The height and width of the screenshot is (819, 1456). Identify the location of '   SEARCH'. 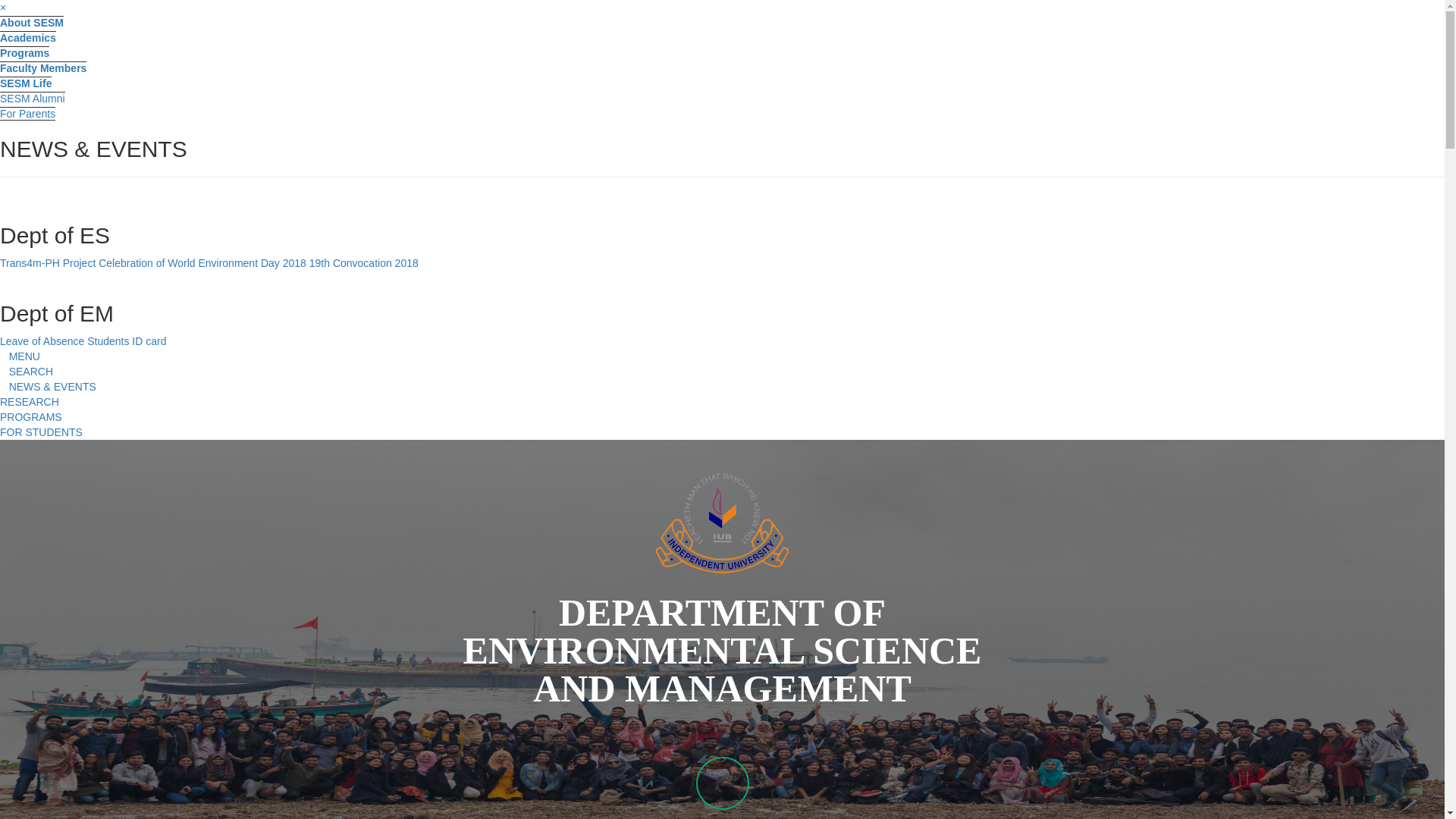
(26, 371).